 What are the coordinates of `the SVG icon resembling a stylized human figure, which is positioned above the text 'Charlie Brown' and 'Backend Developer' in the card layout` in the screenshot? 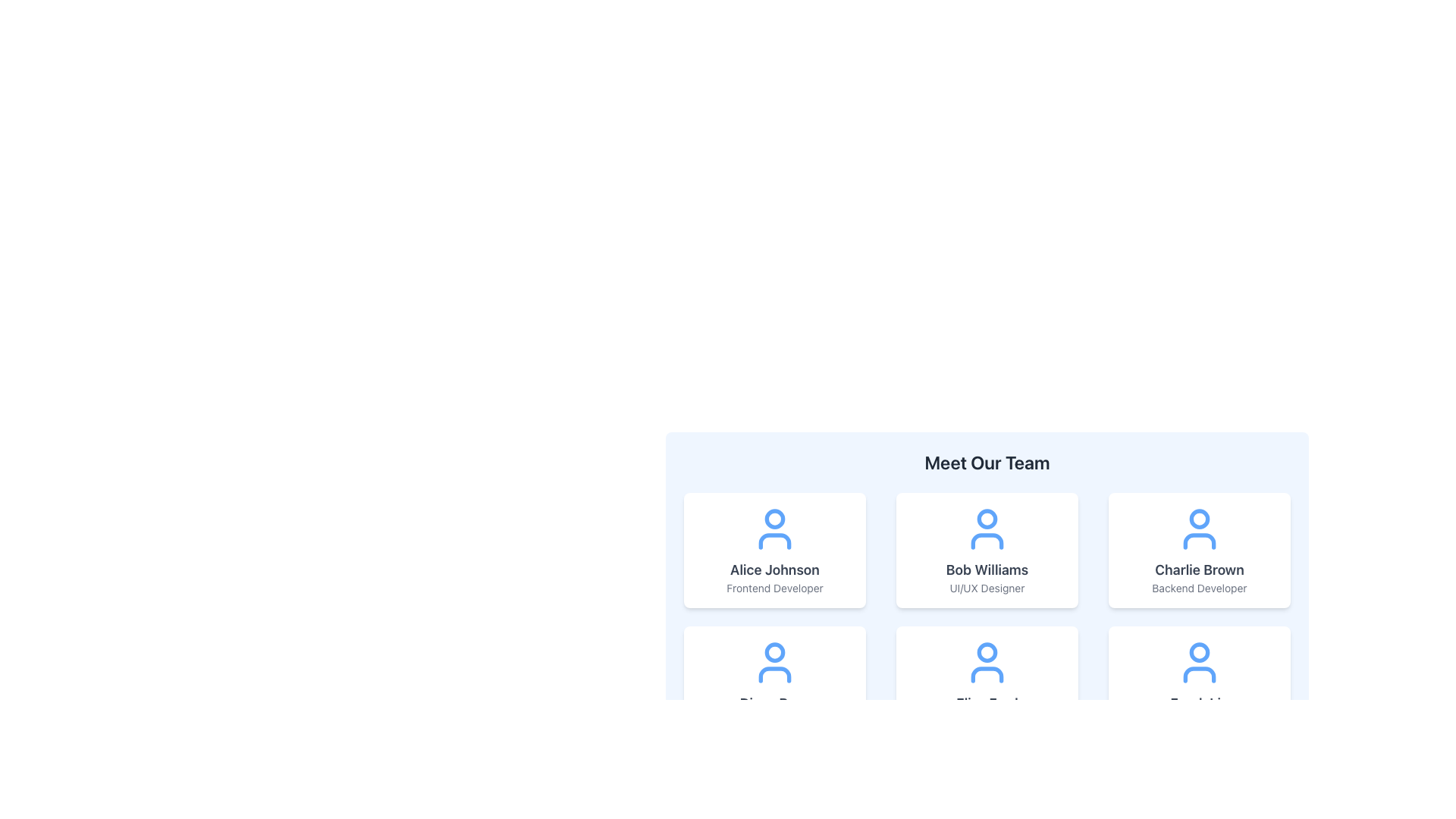 It's located at (1199, 529).